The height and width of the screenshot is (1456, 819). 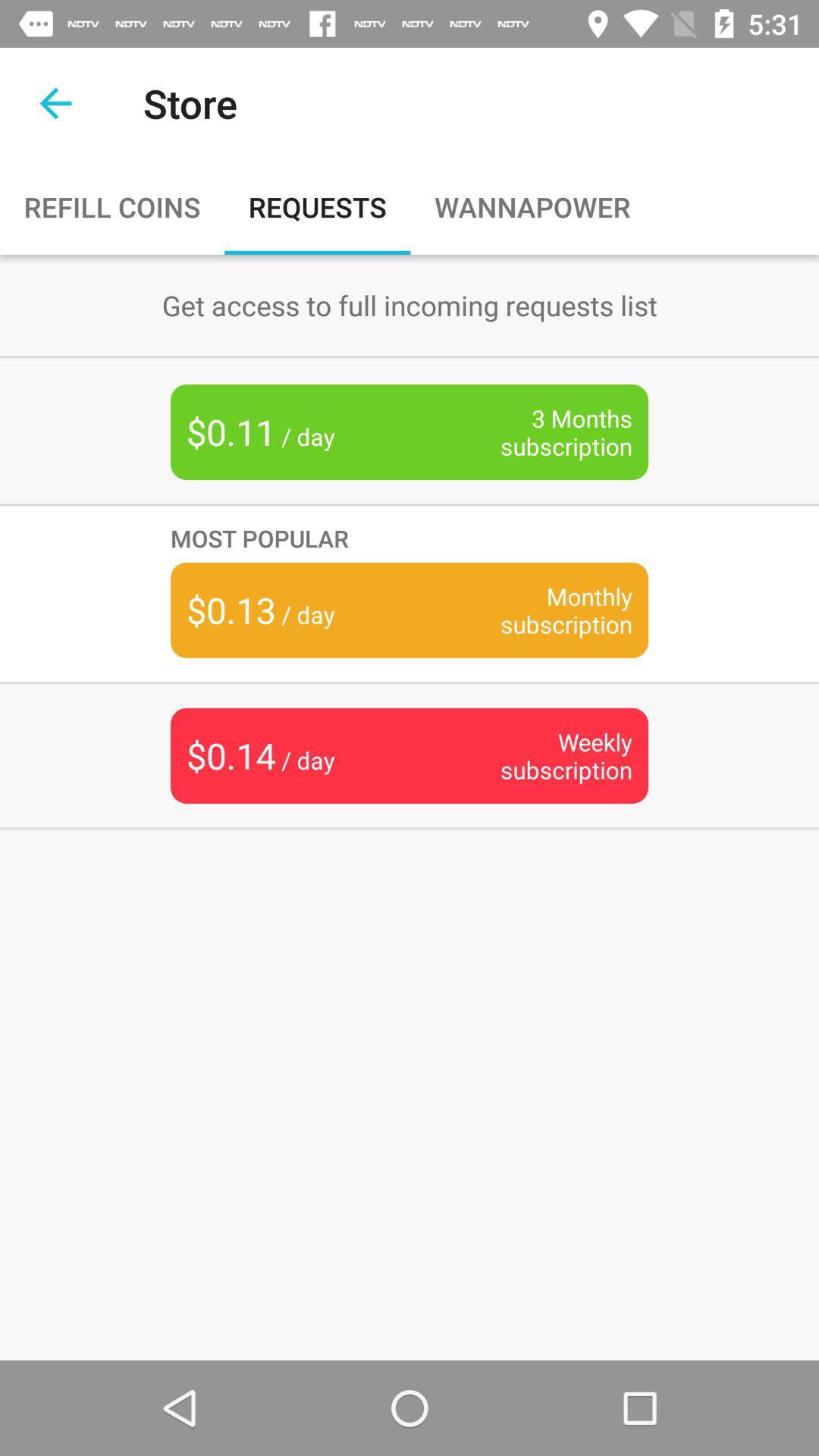 What do you see at coordinates (542, 431) in the screenshot?
I see `the 3 months subscription icon` at bounding box center [542, 431].